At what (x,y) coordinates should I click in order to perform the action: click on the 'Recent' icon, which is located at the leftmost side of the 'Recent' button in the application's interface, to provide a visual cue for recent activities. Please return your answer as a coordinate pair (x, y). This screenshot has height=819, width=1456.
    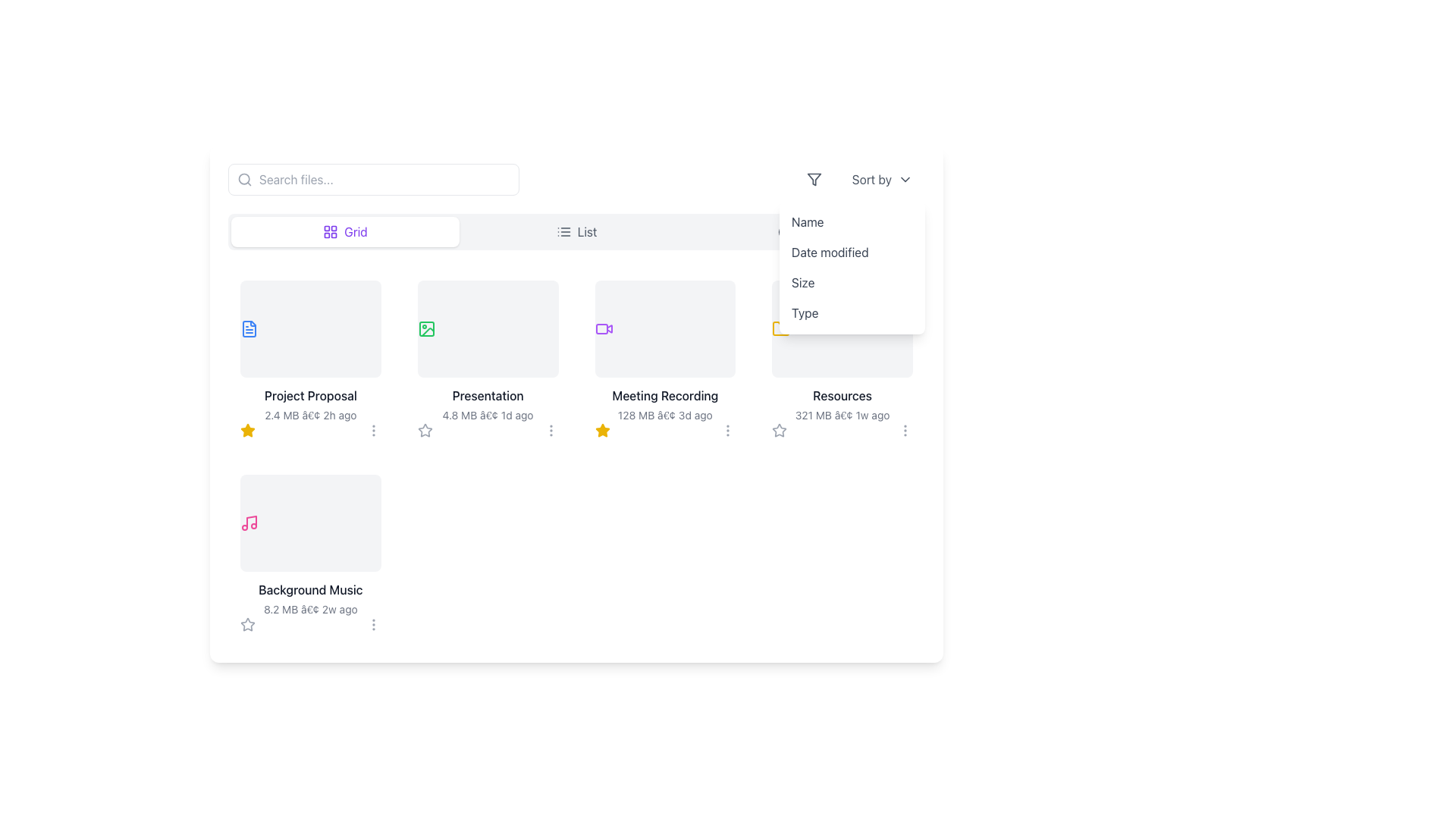
    Looking at the image, I should click on (786, 231).